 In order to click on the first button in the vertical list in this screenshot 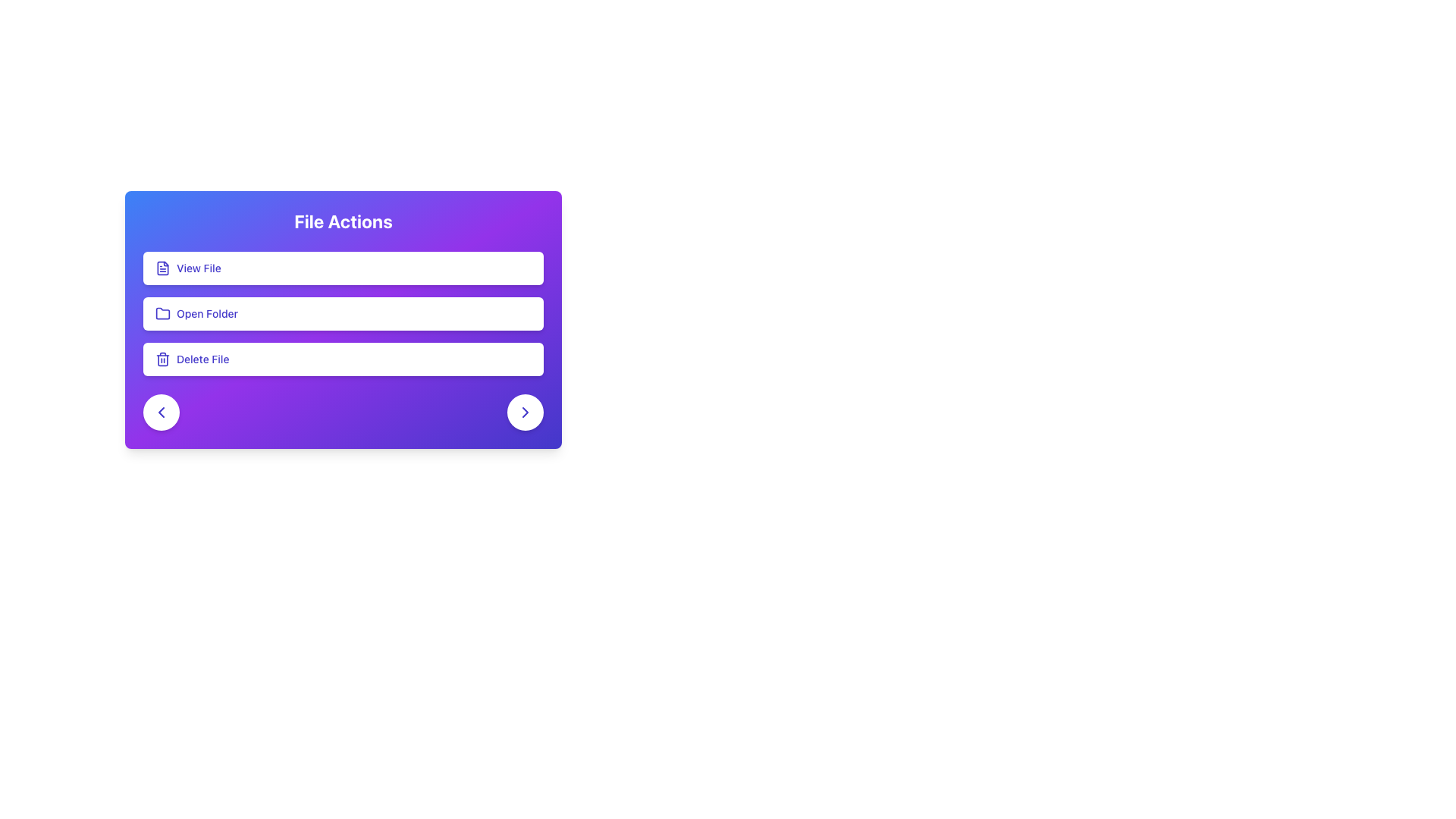, I will do `click(187, 268)`.